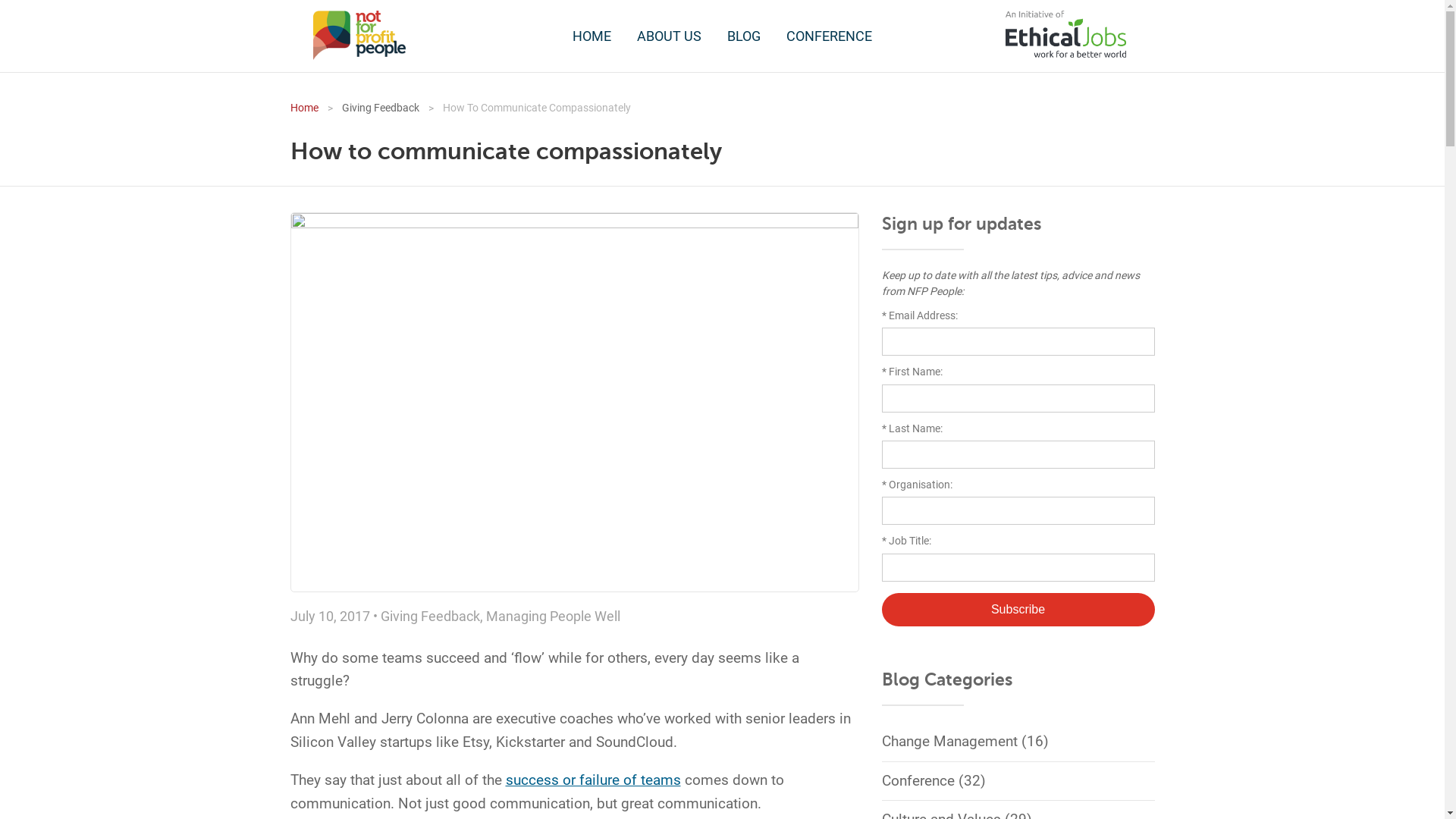 This screenshot has height=819, width=1456. Describe the element at coordinates (591, 35) in the screenshot. I see `'HOME'` at that location.